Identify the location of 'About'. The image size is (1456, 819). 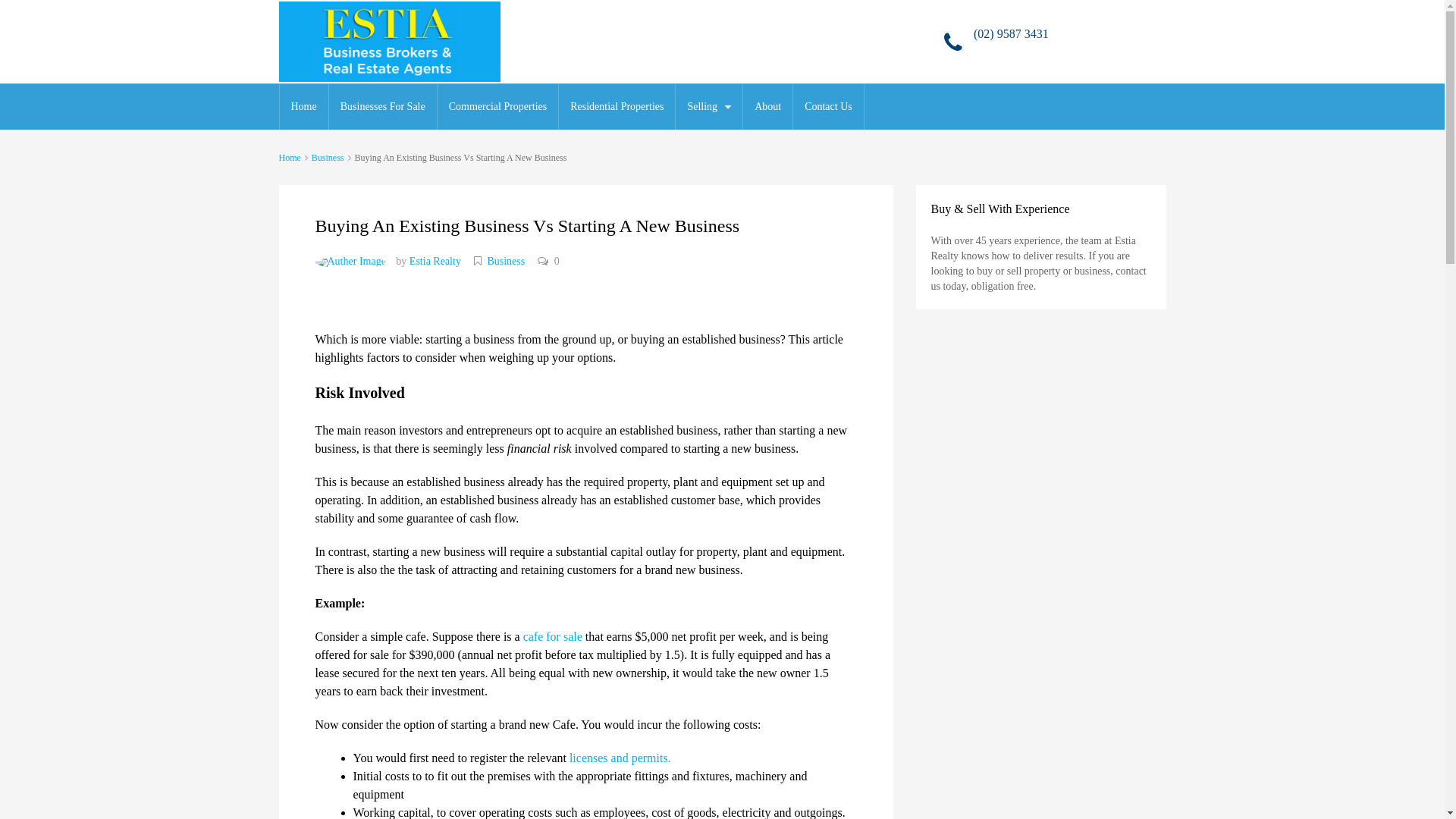
(767, 106).